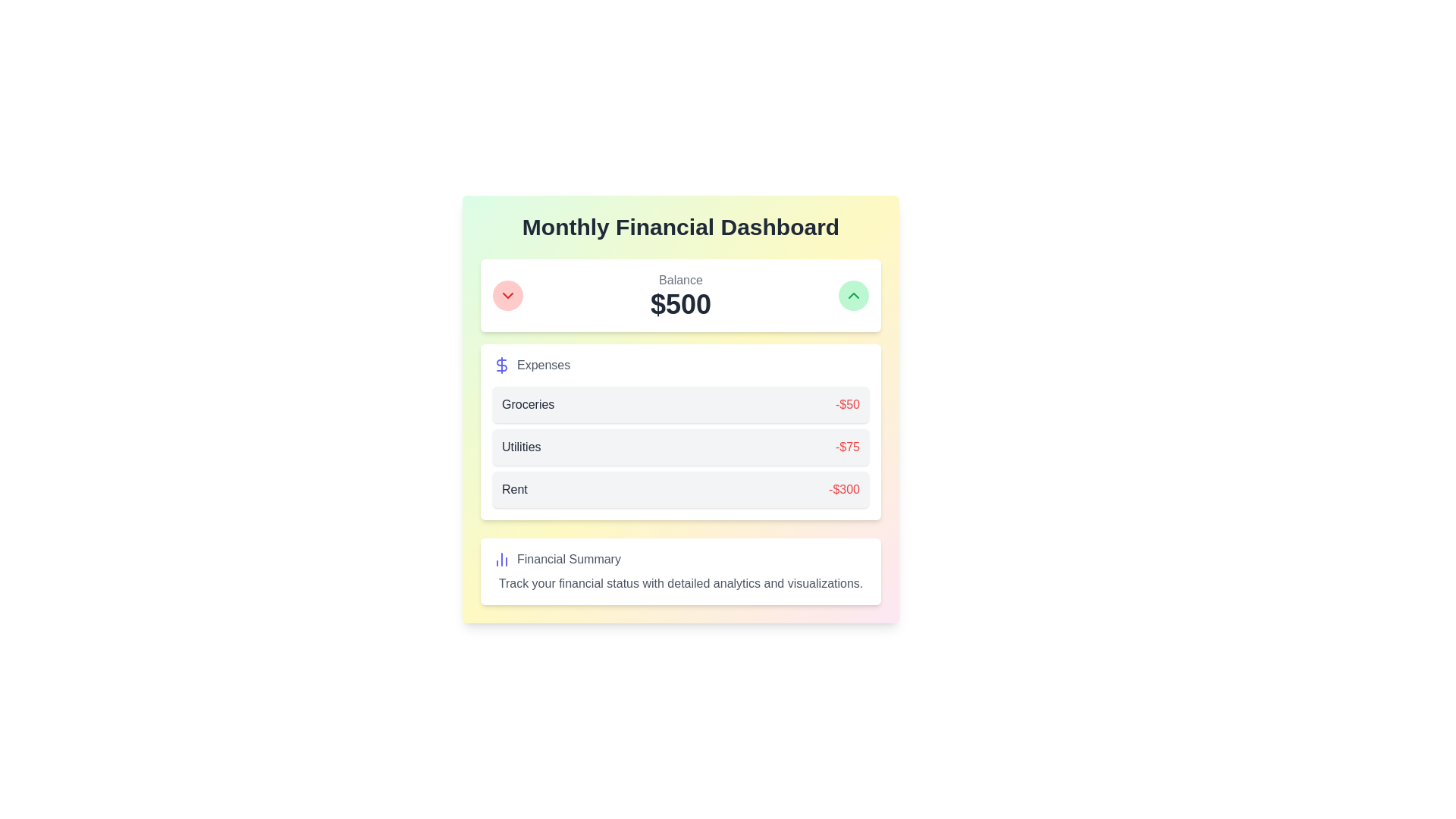 This screenshot has width=1456, height=819. Describe the element at coordinates (528, 403) in the screenshot. I see `the label indicating the category of an expense item, specifically 'Groceries', within the financial dashboard` at that location.